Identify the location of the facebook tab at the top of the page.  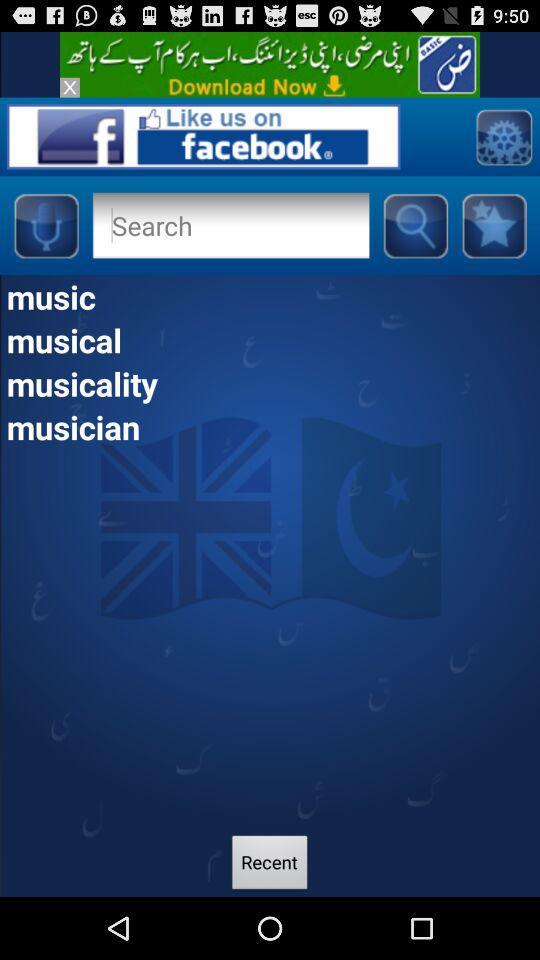
(203, 135).